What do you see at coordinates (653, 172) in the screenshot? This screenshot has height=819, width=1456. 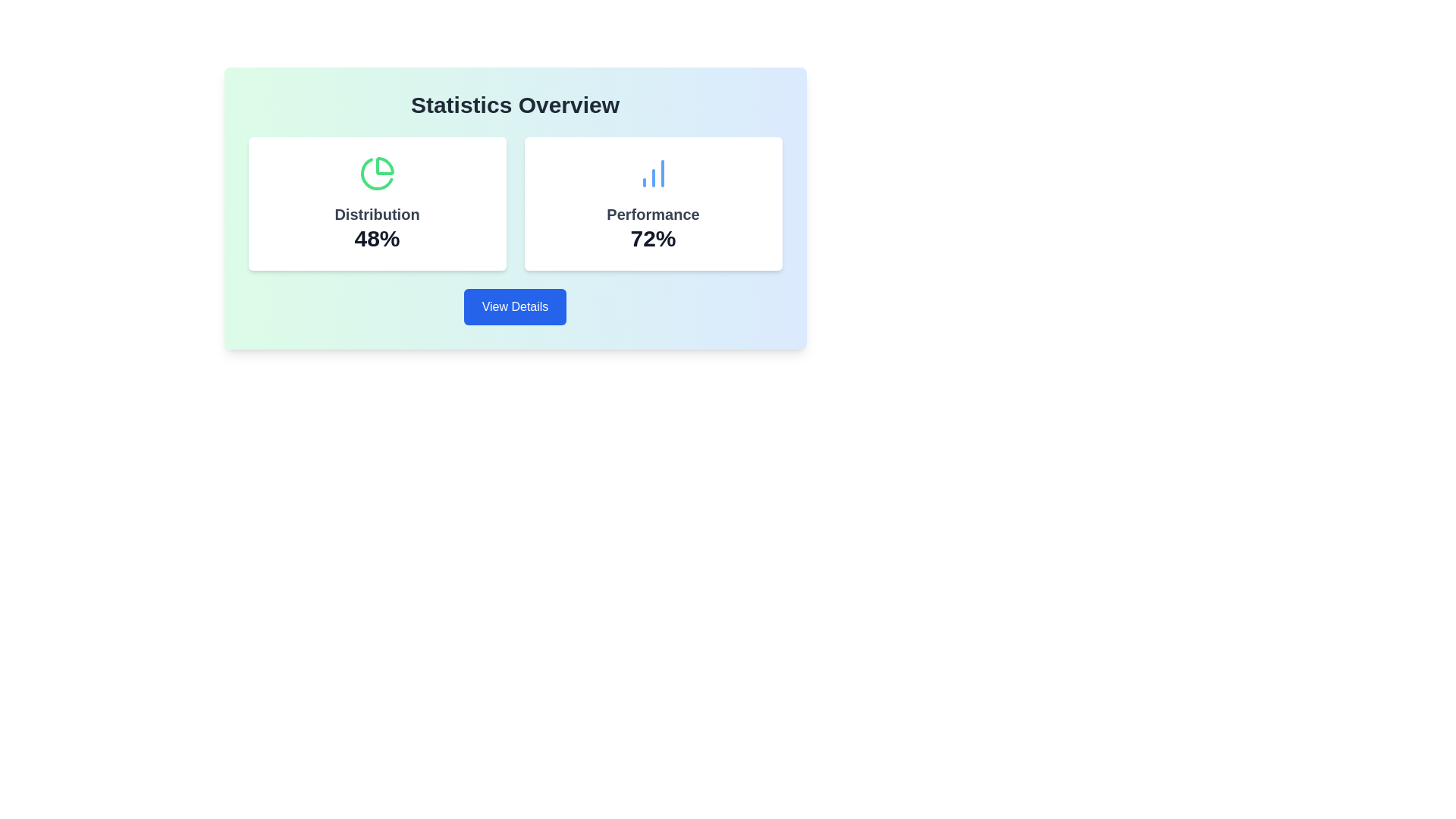 I see `the details of the icon that visually represents performance metrics in the 'Performance 72%' card, which is positioned at the center top above the text 'Performance' and '72%'` at bounding box center [653, 172].